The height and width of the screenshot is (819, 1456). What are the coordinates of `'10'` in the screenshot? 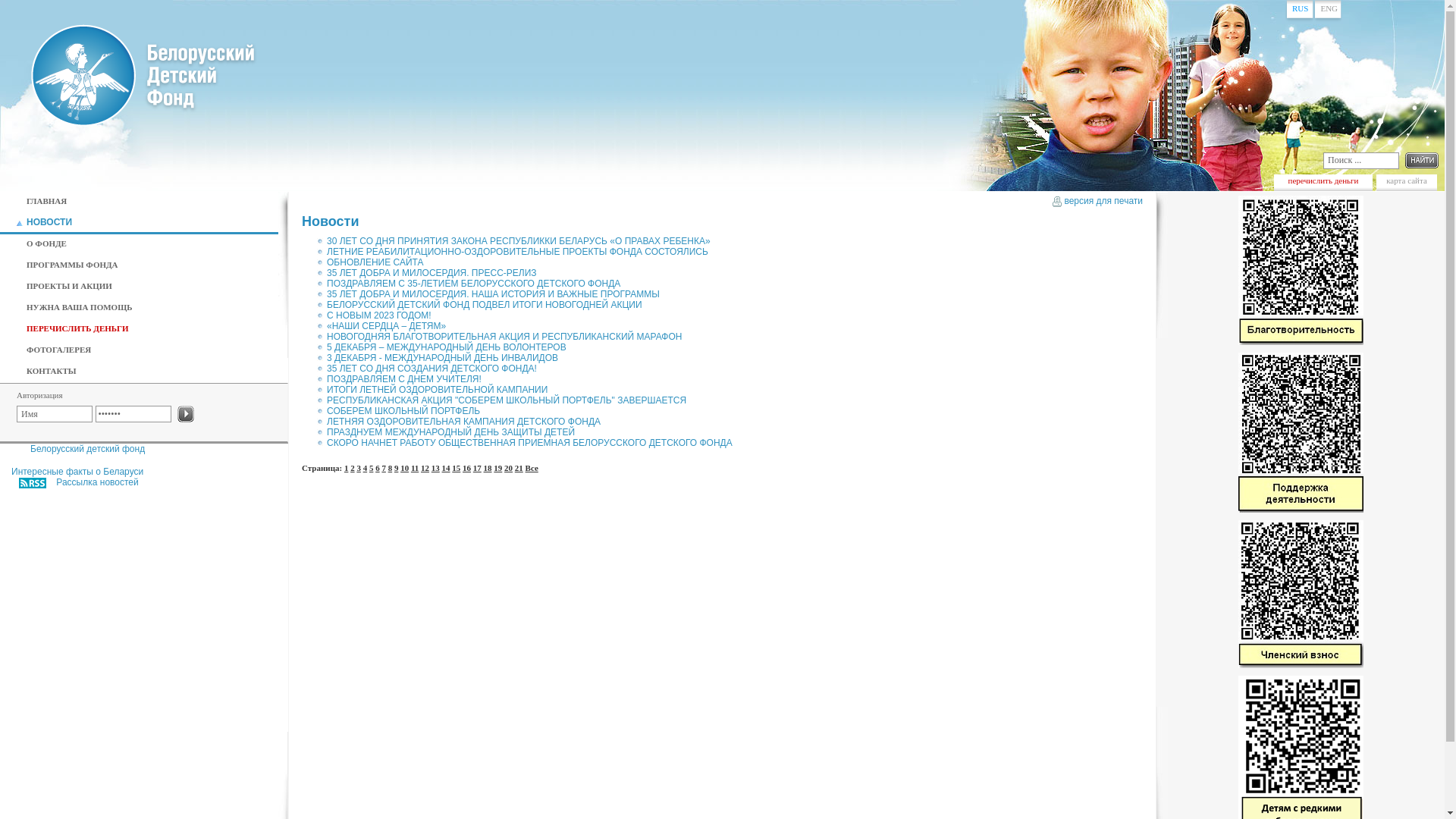 It's located at (404, 463).